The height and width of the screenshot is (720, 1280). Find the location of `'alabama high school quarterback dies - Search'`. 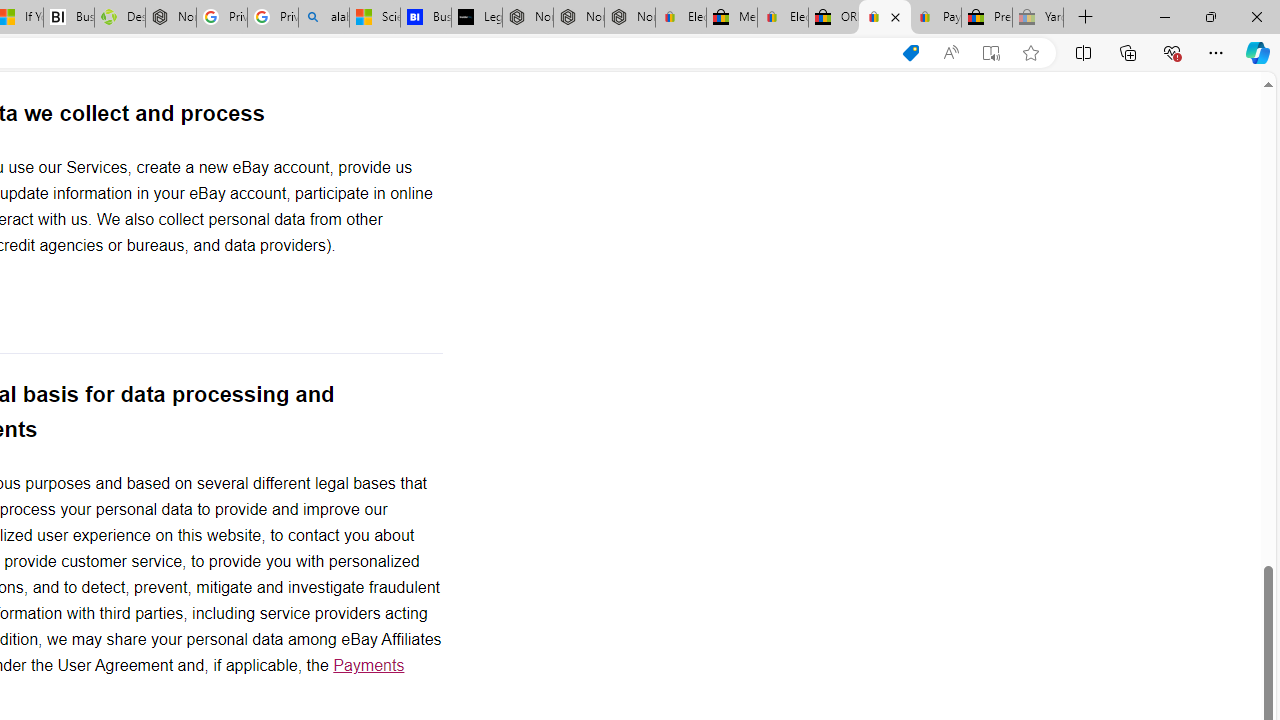

'alabama high school quarterback dies - Search' is located at coordinates (324, 17).